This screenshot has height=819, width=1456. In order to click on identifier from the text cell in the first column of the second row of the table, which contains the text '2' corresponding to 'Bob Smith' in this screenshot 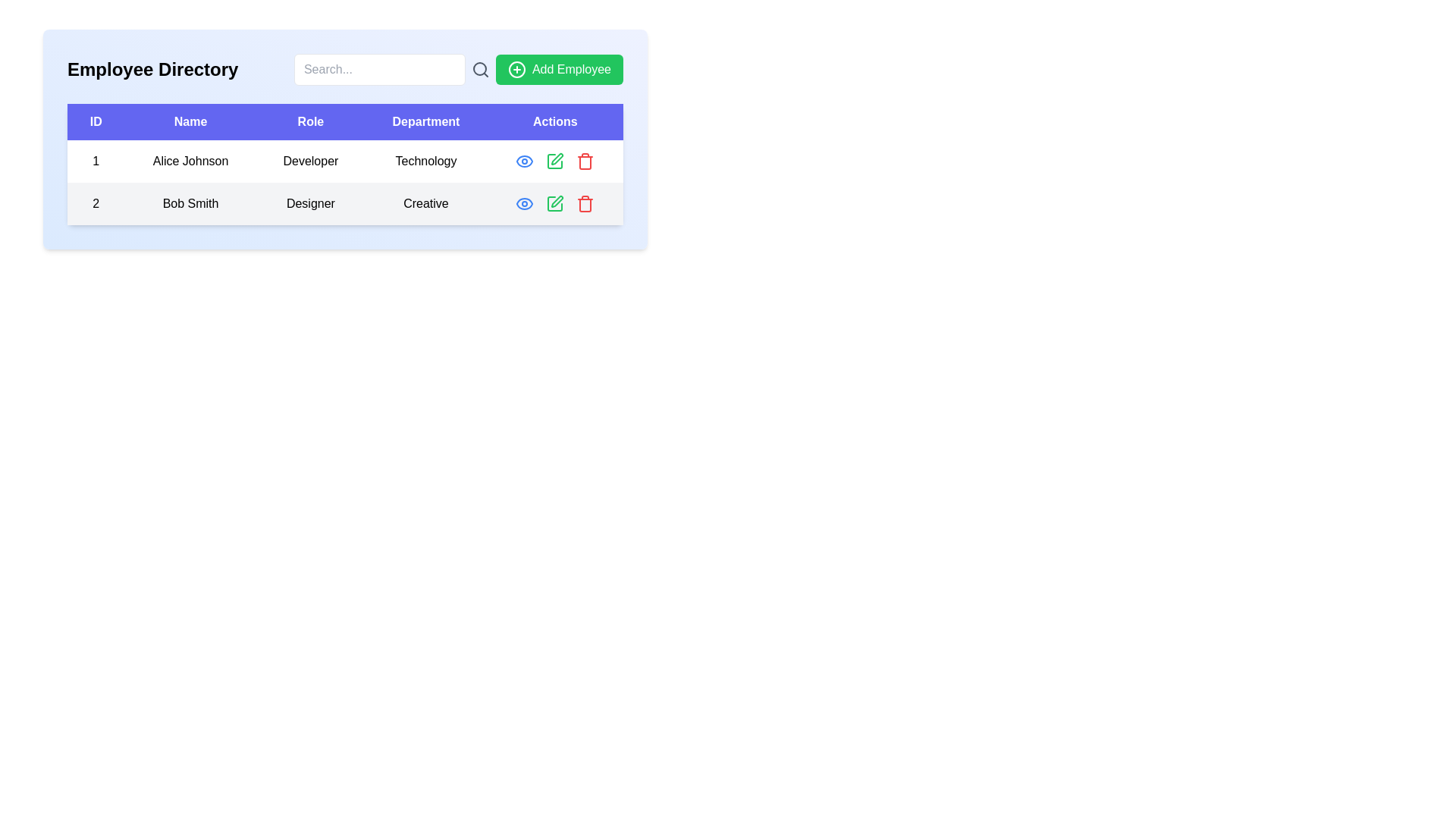, I will do `click(95, 203)`.